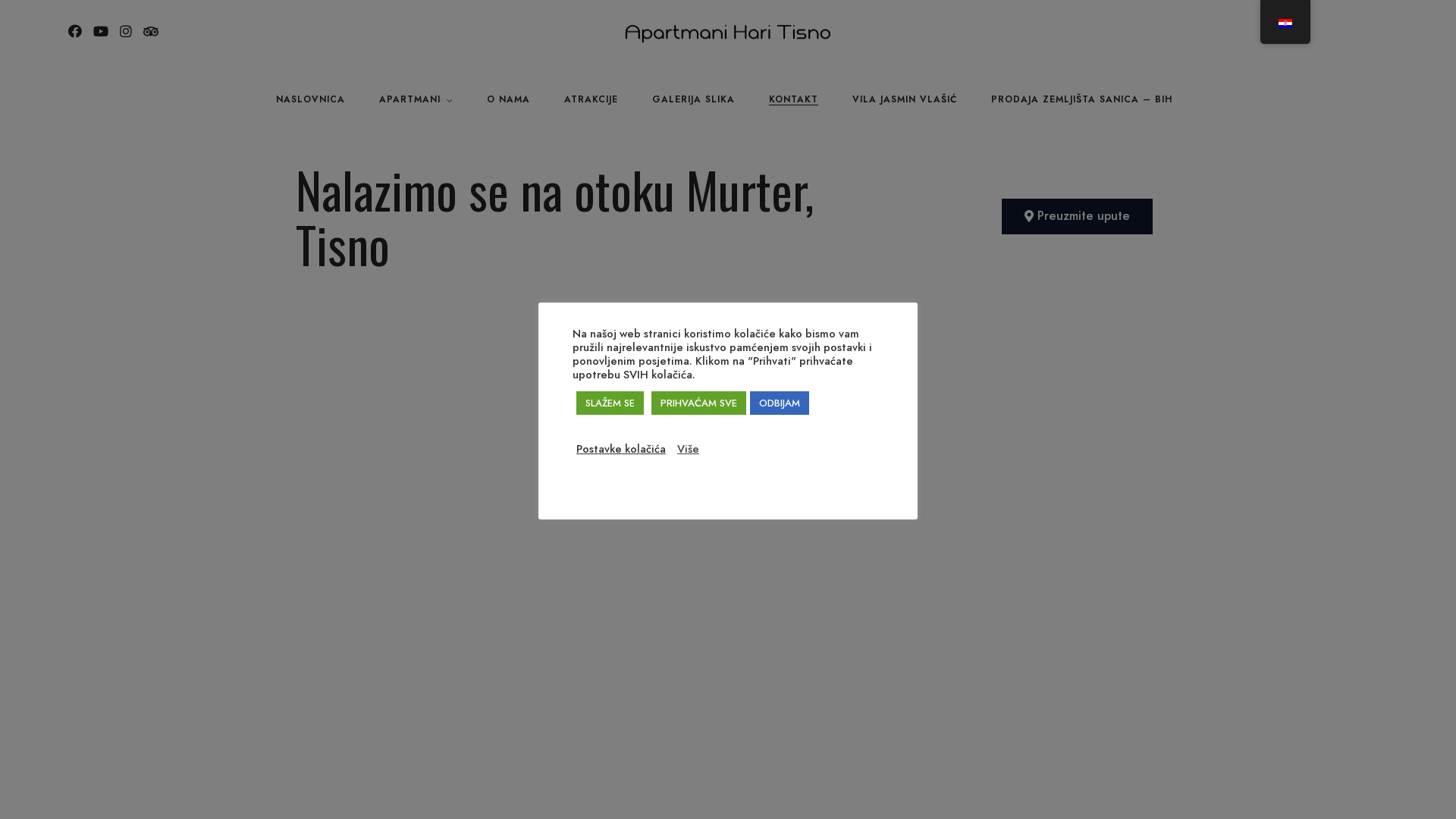 The image size is (1456, 819). What do you see at coordinates (487, 99) in the screenshot?
I see `'O NAMA'` at bounding box center [487, 99].